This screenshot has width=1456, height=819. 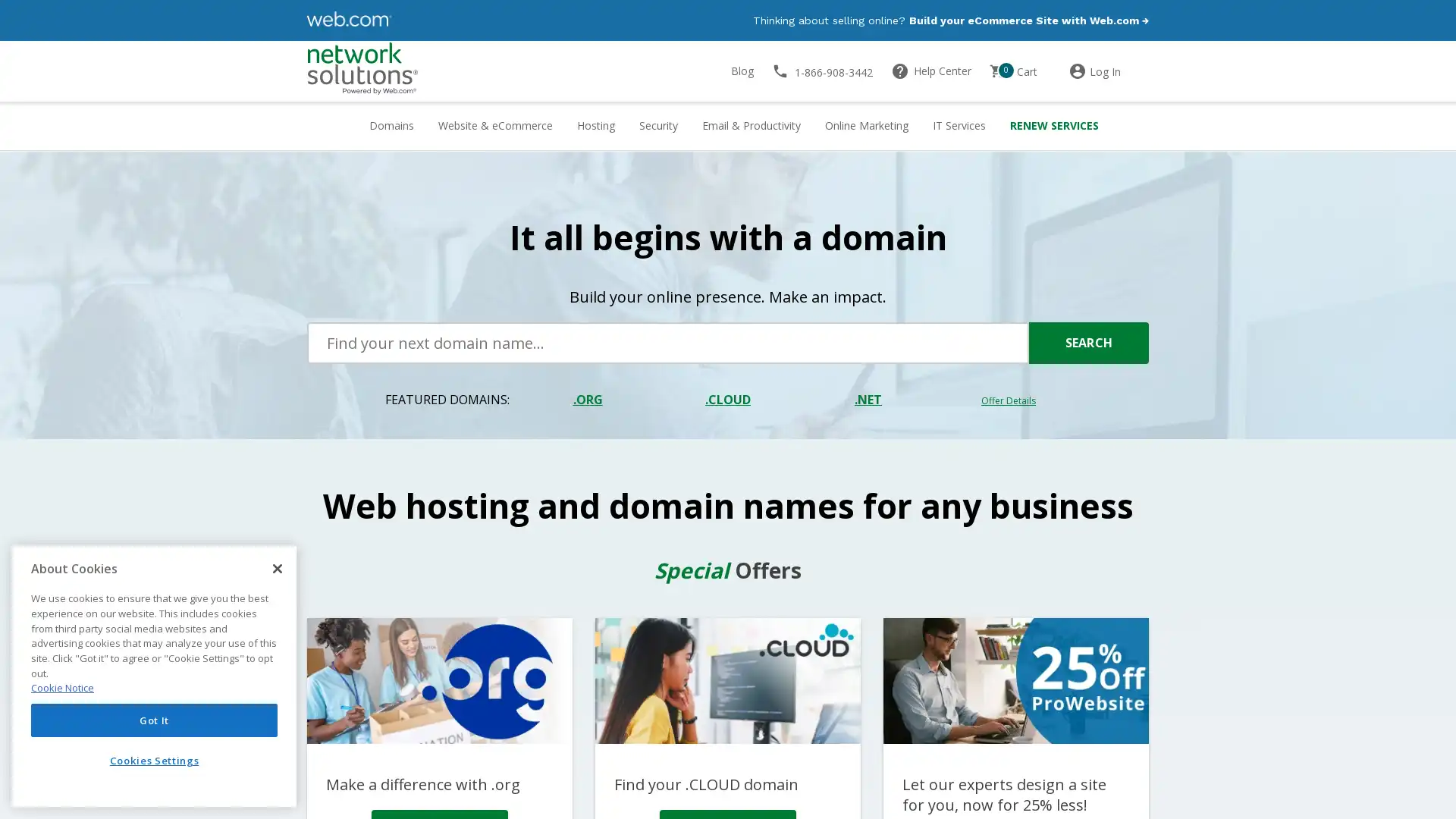 I want to click on Explore your accessibility options, so click(x=24, y=742).